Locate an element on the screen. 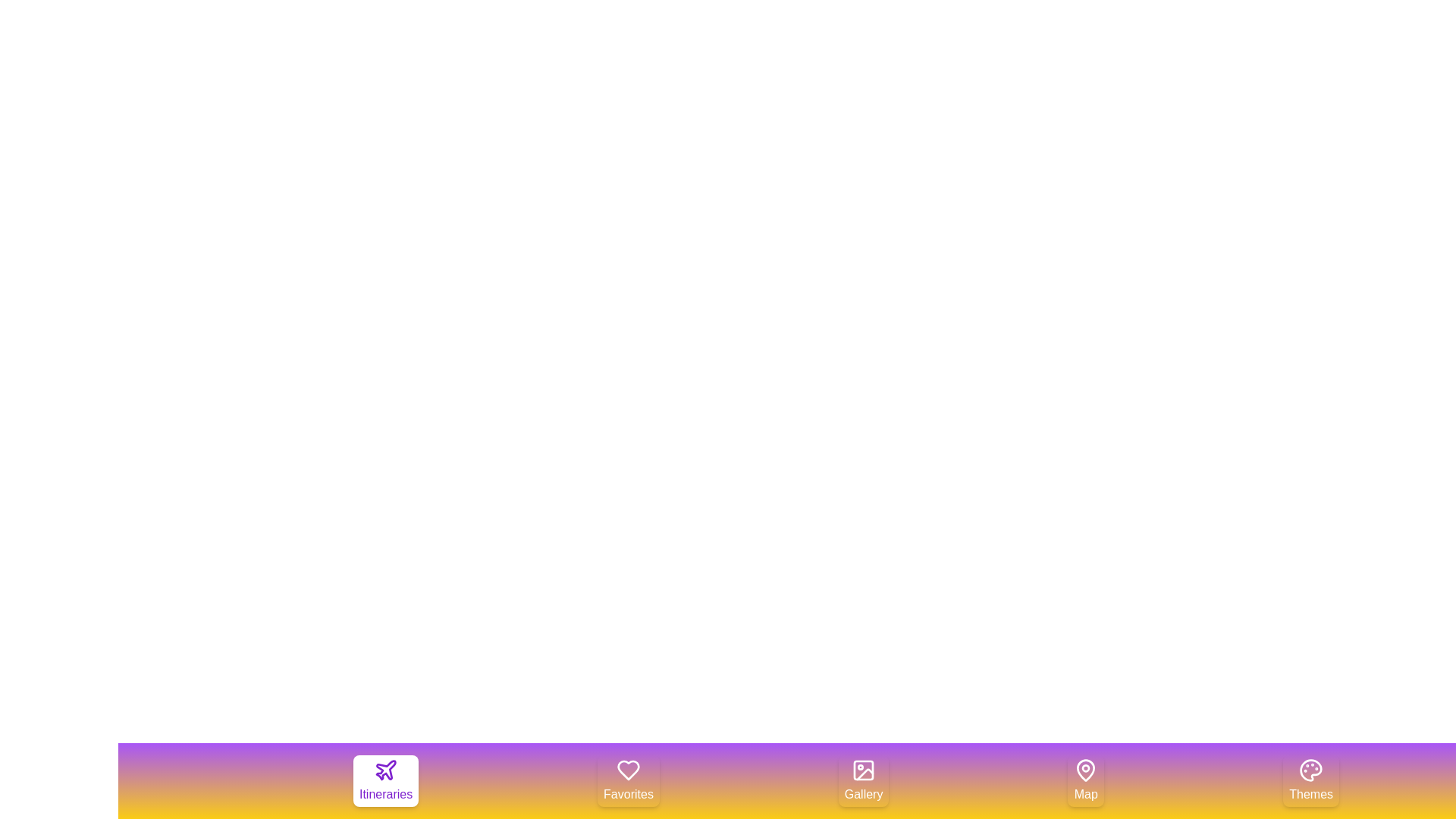 The image size is (1456, 819). the tab labeled Themes is located at coordinates (1310, 780).